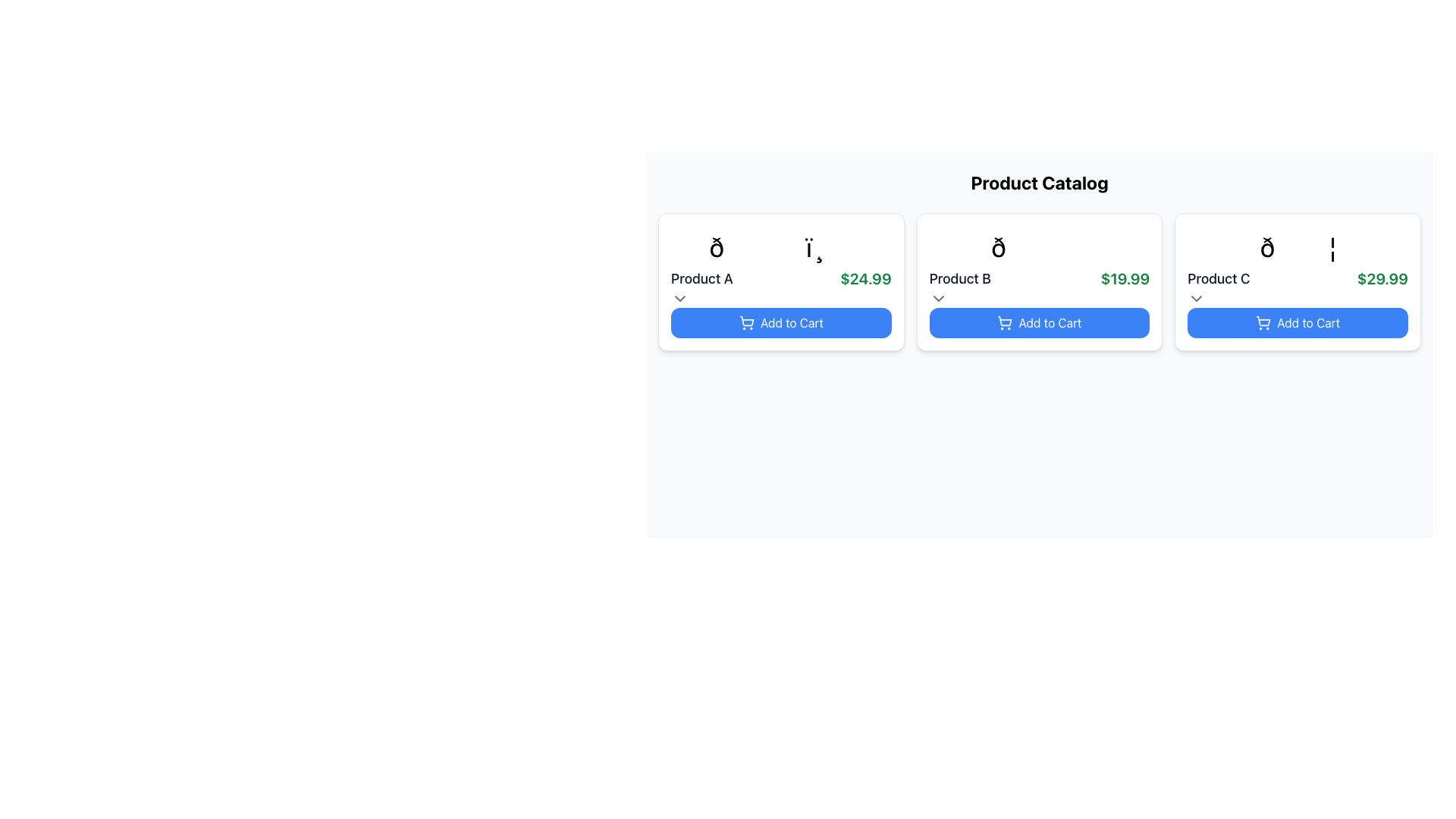  I want to click on the text label displaying 'Product C' which is part of the card layout under the 'Product Catalog' header in the rightmost card, so click(1219, 278).